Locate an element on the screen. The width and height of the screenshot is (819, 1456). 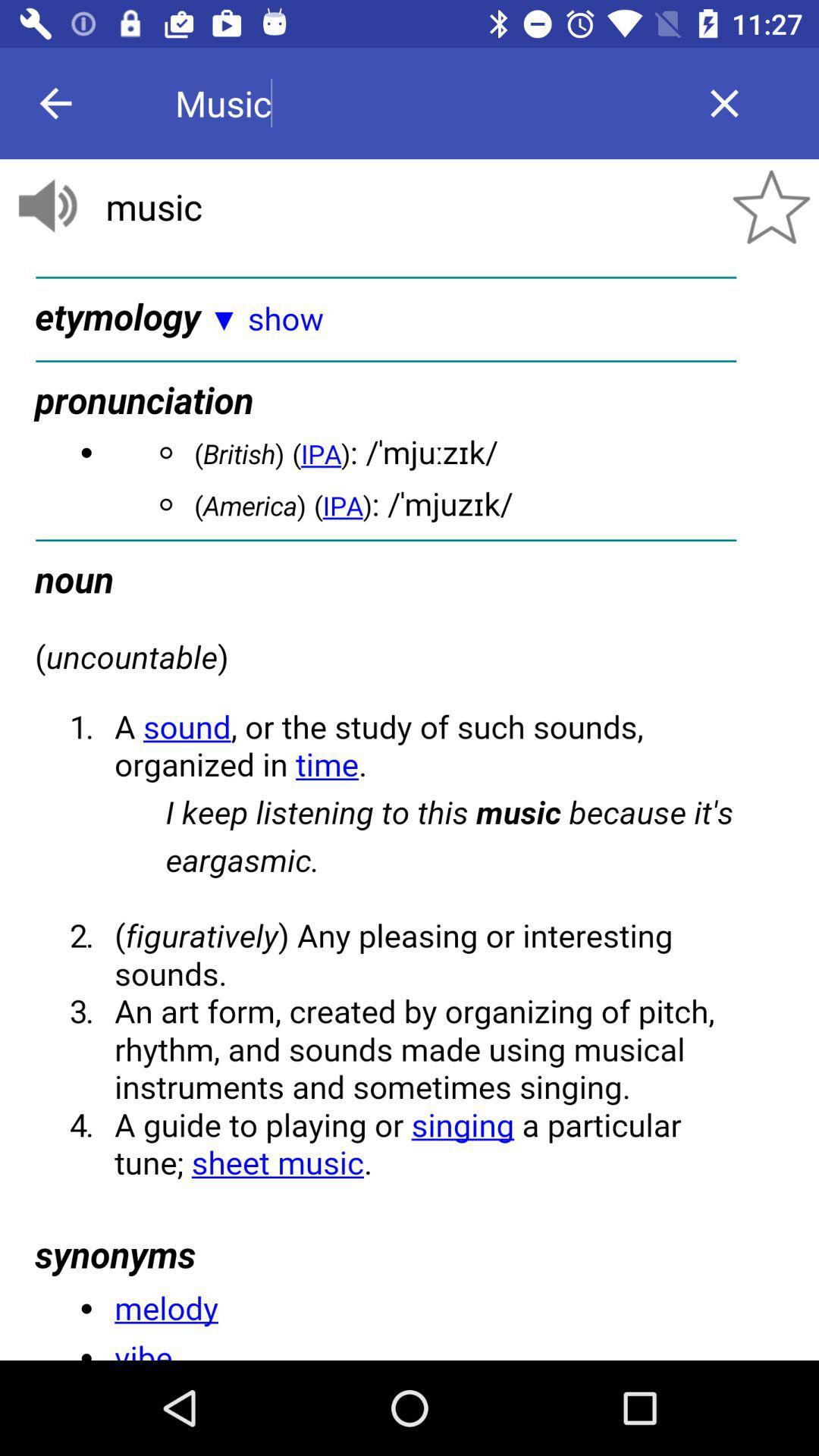
the volume icon is located at coordinates (46, 206).